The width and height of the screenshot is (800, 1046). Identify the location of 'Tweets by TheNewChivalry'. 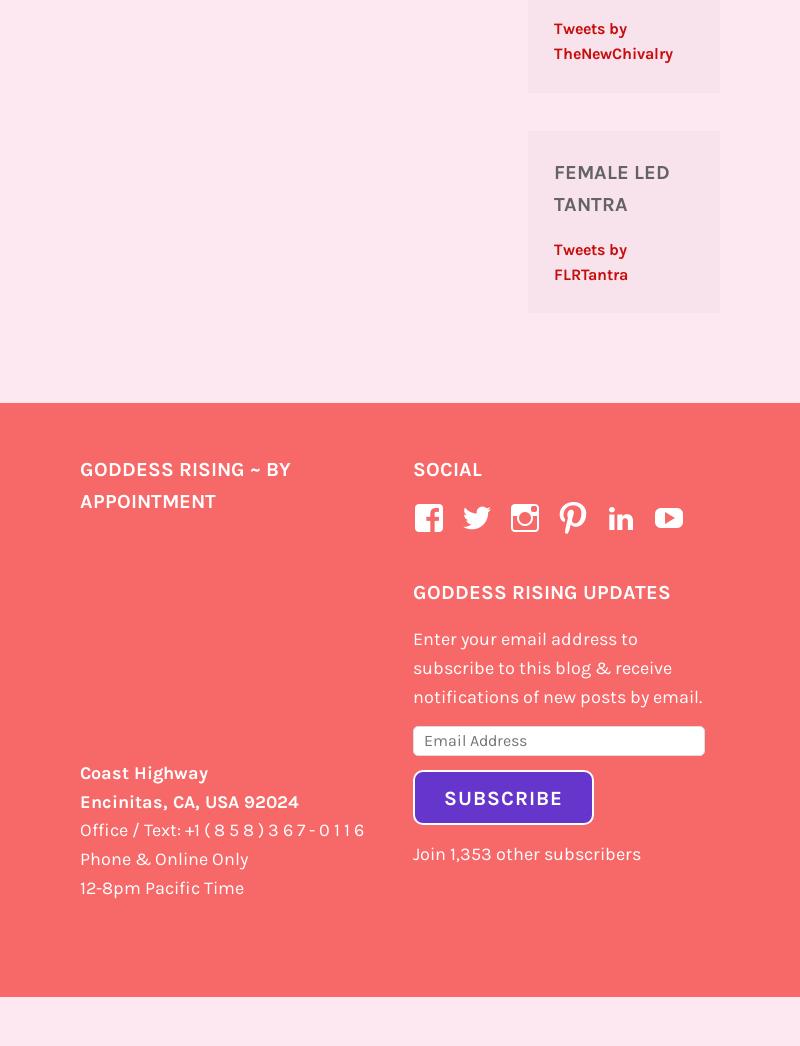
(612, 39).